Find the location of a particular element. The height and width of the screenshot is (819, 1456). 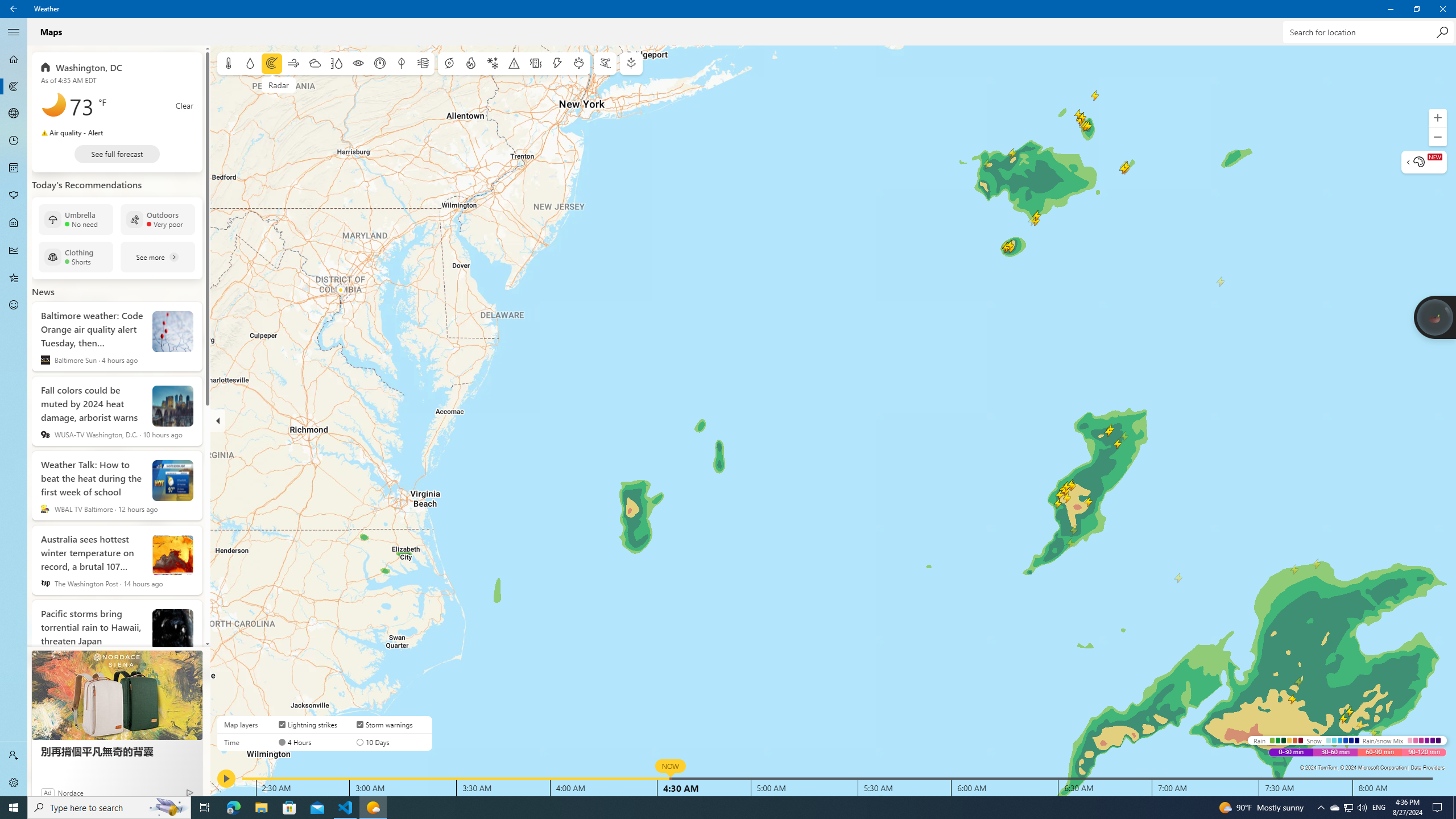

'Type here to search' is located at coordinates (109, 806).